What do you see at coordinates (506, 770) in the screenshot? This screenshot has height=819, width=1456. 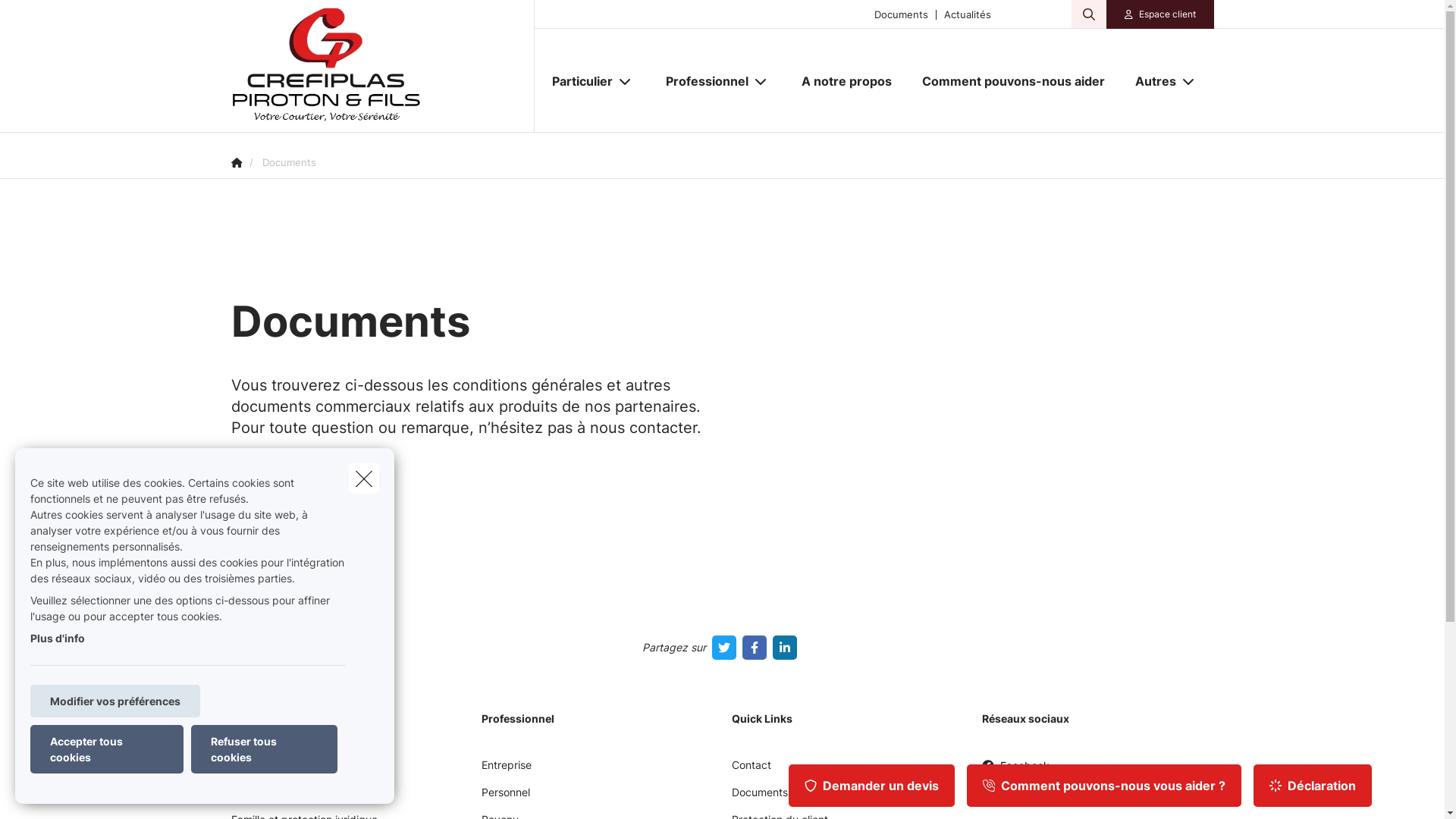 I see `'Entreprise'` at bounding box center [506, 770].